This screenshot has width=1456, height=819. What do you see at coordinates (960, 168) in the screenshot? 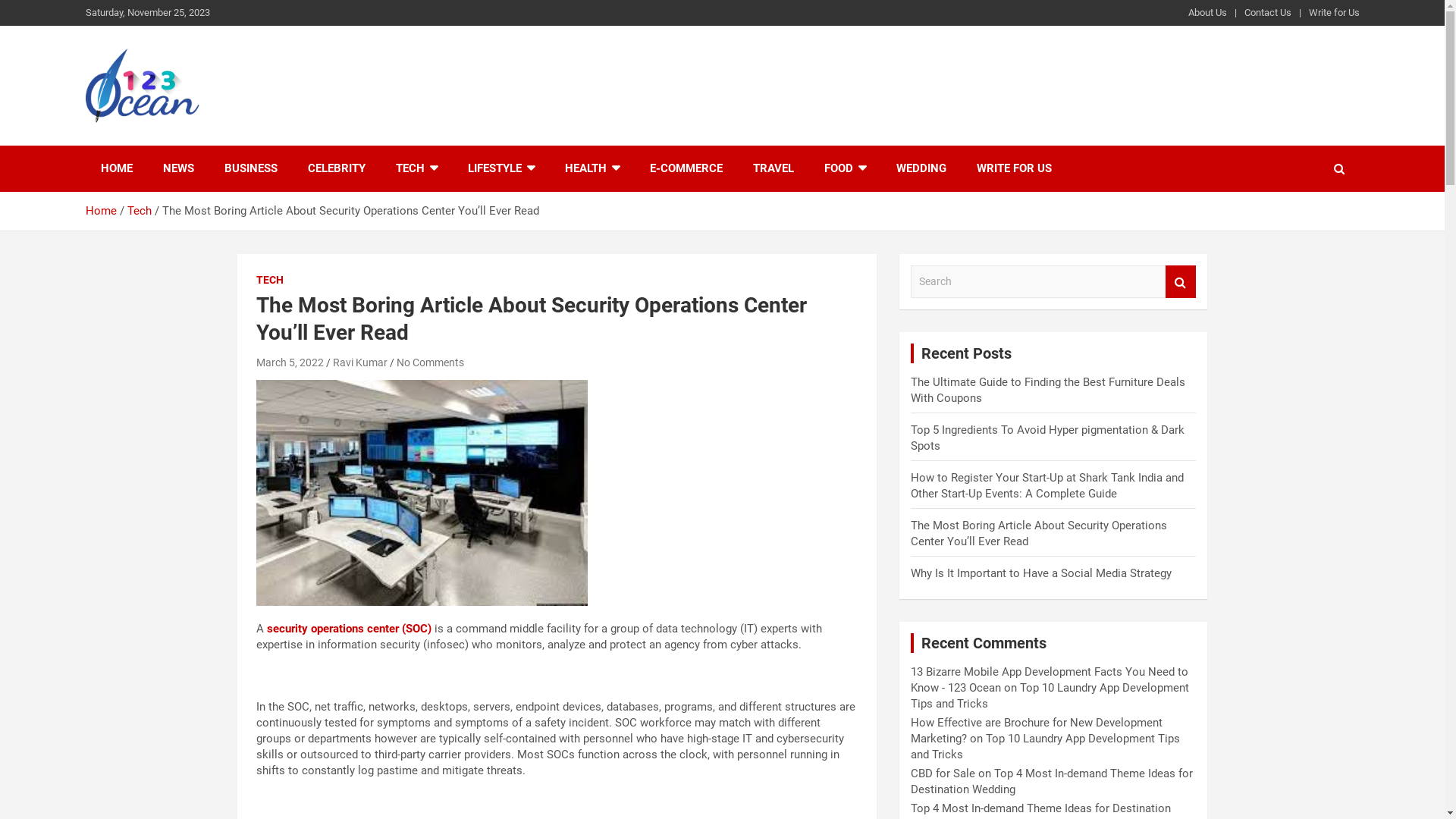
I see `'WRITE FOR US'` at bounding box center [960, 168].